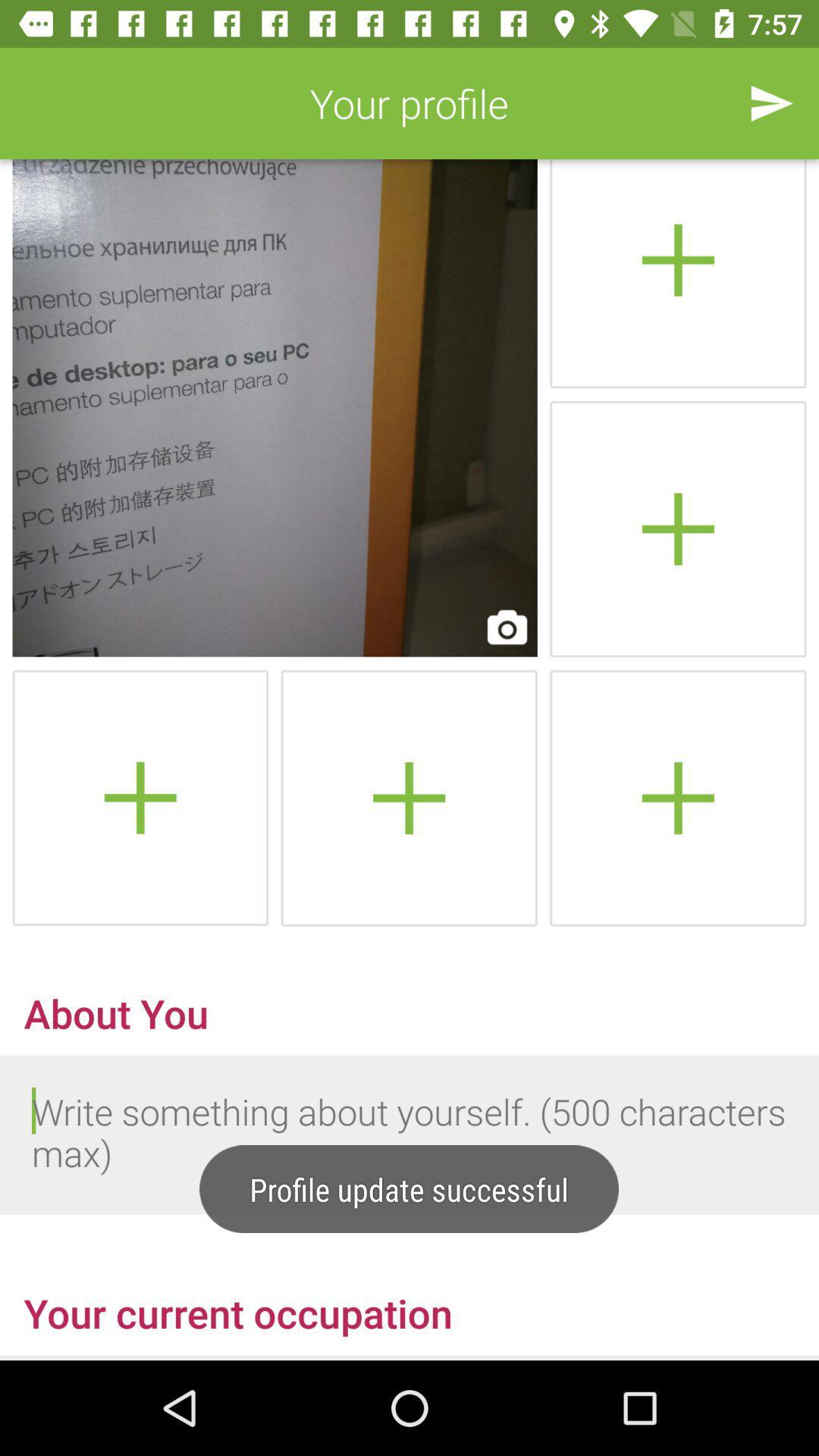 Image resolution: width=819 pixels, height=1456 pixels. What do you see at coordinates (409, 1135) in the screenshot?
I see `description` at bounding box center [409, 1135].